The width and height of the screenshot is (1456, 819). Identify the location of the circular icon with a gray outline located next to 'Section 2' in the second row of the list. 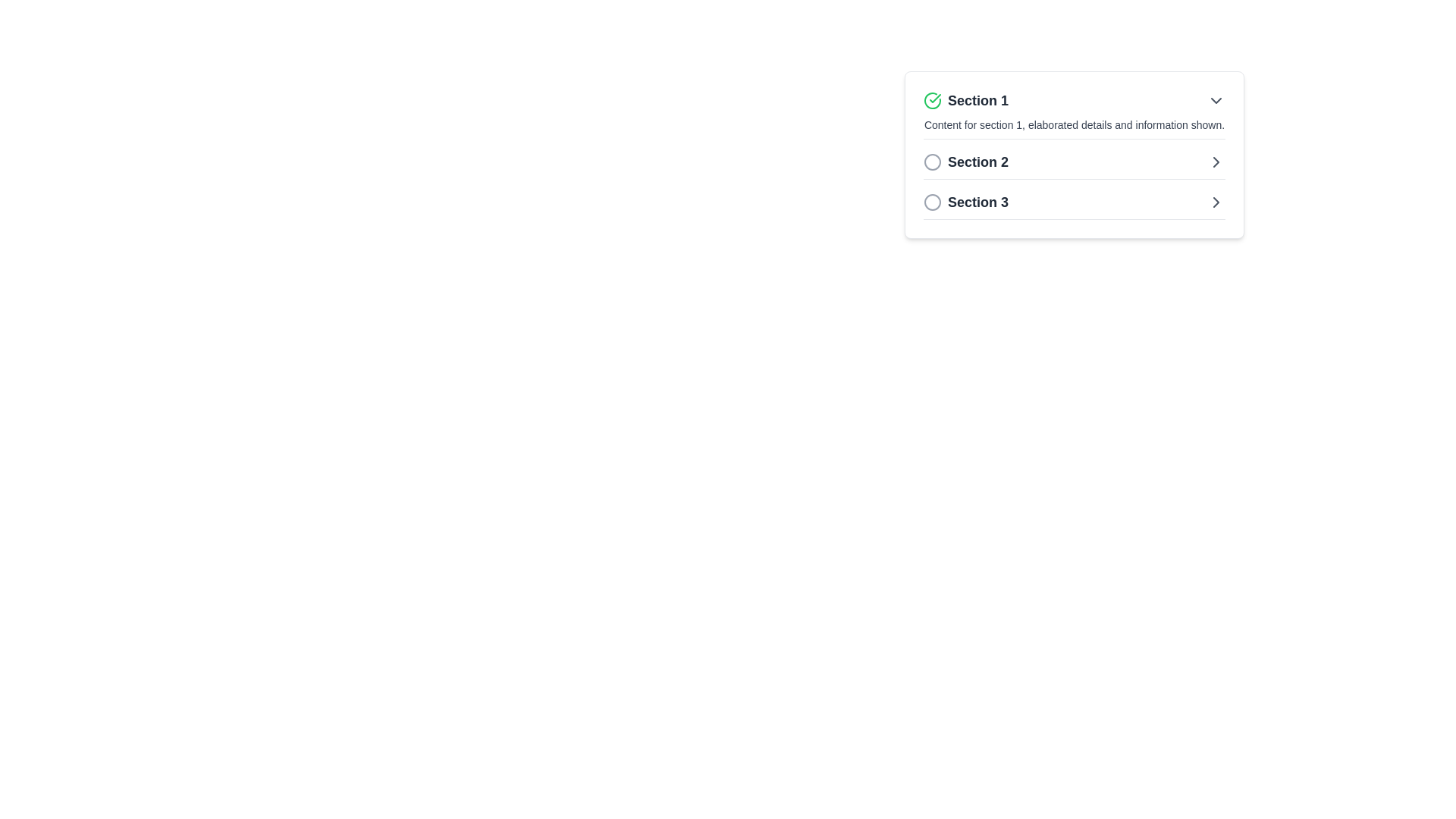
(931, 162).